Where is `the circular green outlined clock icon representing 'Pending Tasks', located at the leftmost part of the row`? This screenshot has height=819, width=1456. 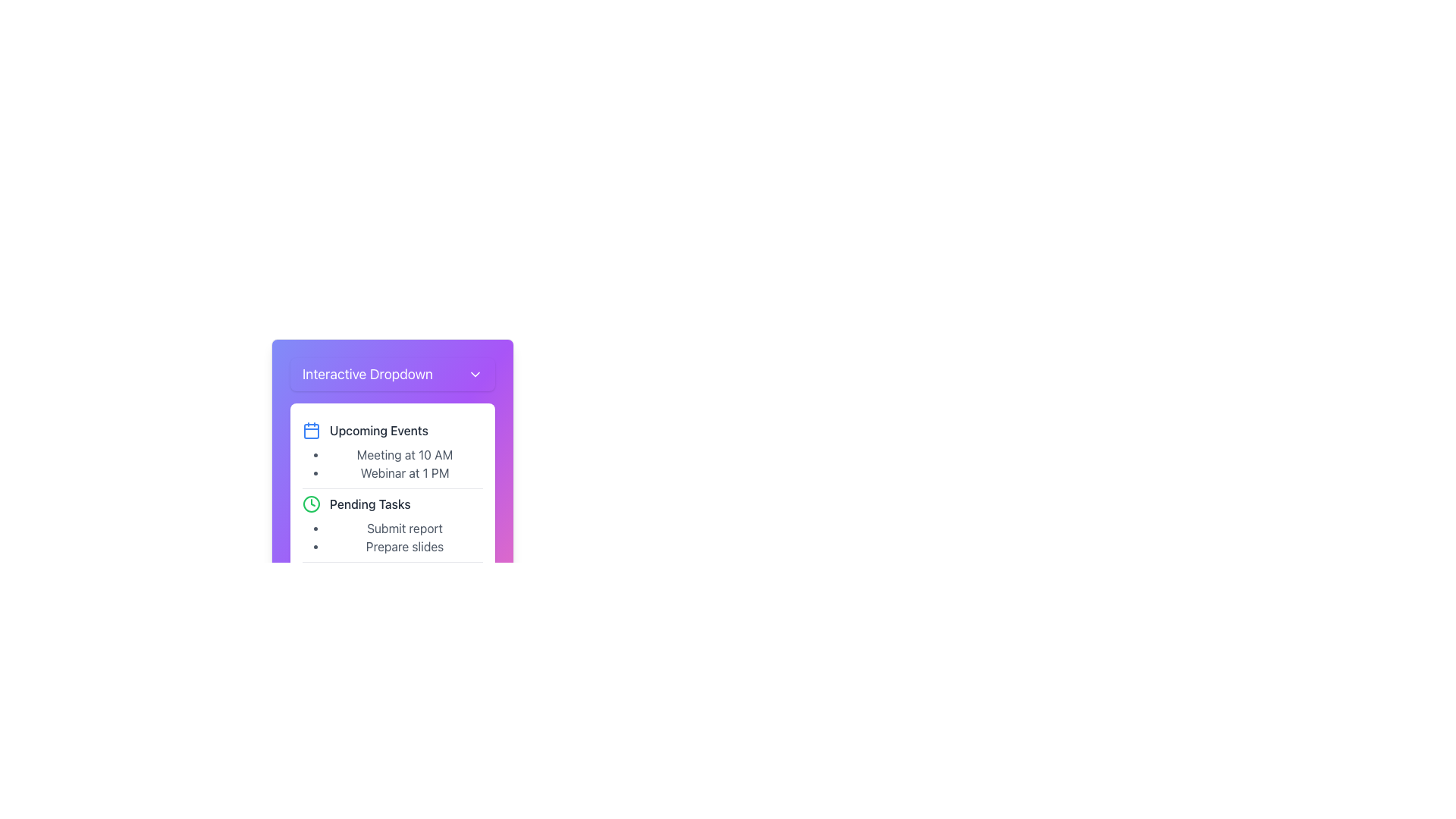 the circular green outlined clock icon representing 'Pending Tasks', located at the leftmost part of the row is located at coordinates (311, 504).